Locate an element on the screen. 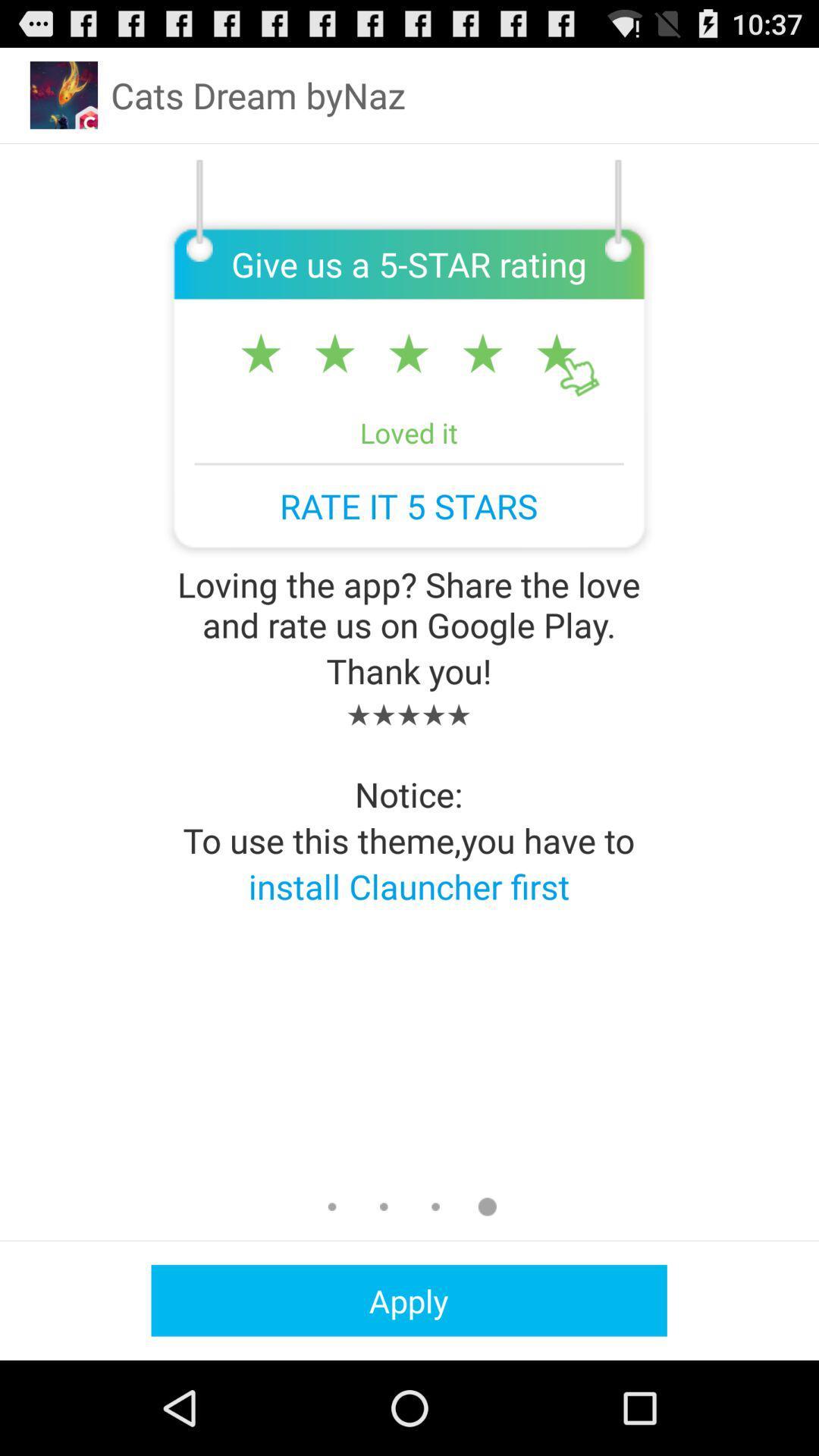 Image resolution: width=819 pixels, height=1456 pixels. the apply icon is located at coordinates (408, 1300).